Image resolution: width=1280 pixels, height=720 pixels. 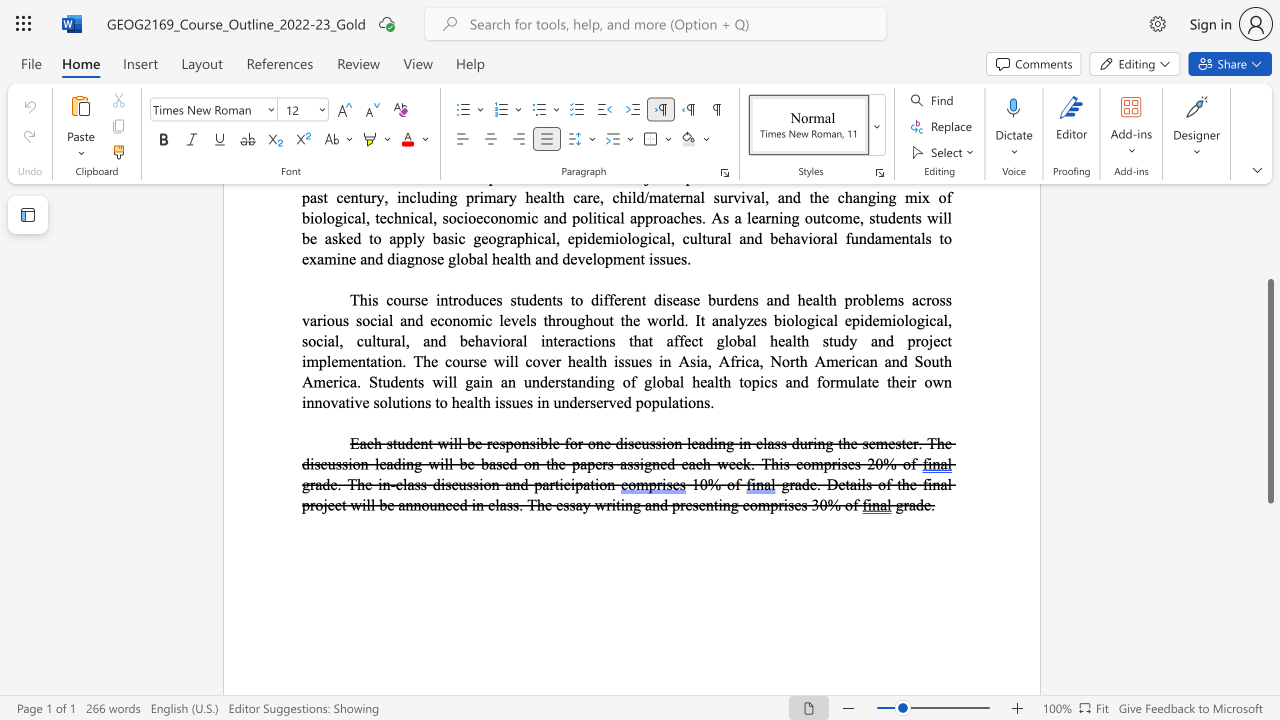 I want to click on the scrollbar to scroll the page up, so click(x=1269, y=238).